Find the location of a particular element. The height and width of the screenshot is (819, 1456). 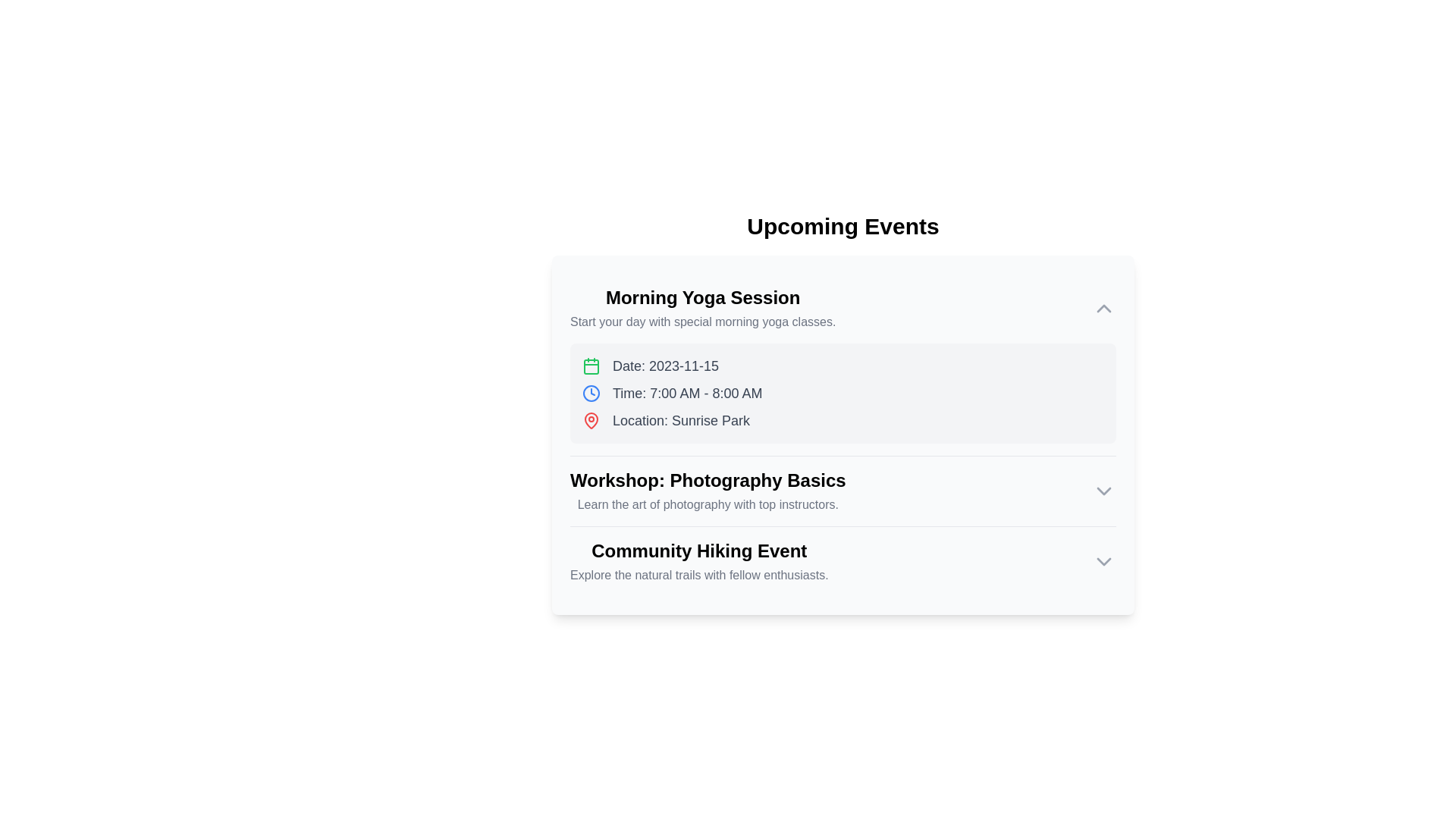

the interactive icon located in the 'Community Hiking Event' section is located at coordinates (1103, 561).